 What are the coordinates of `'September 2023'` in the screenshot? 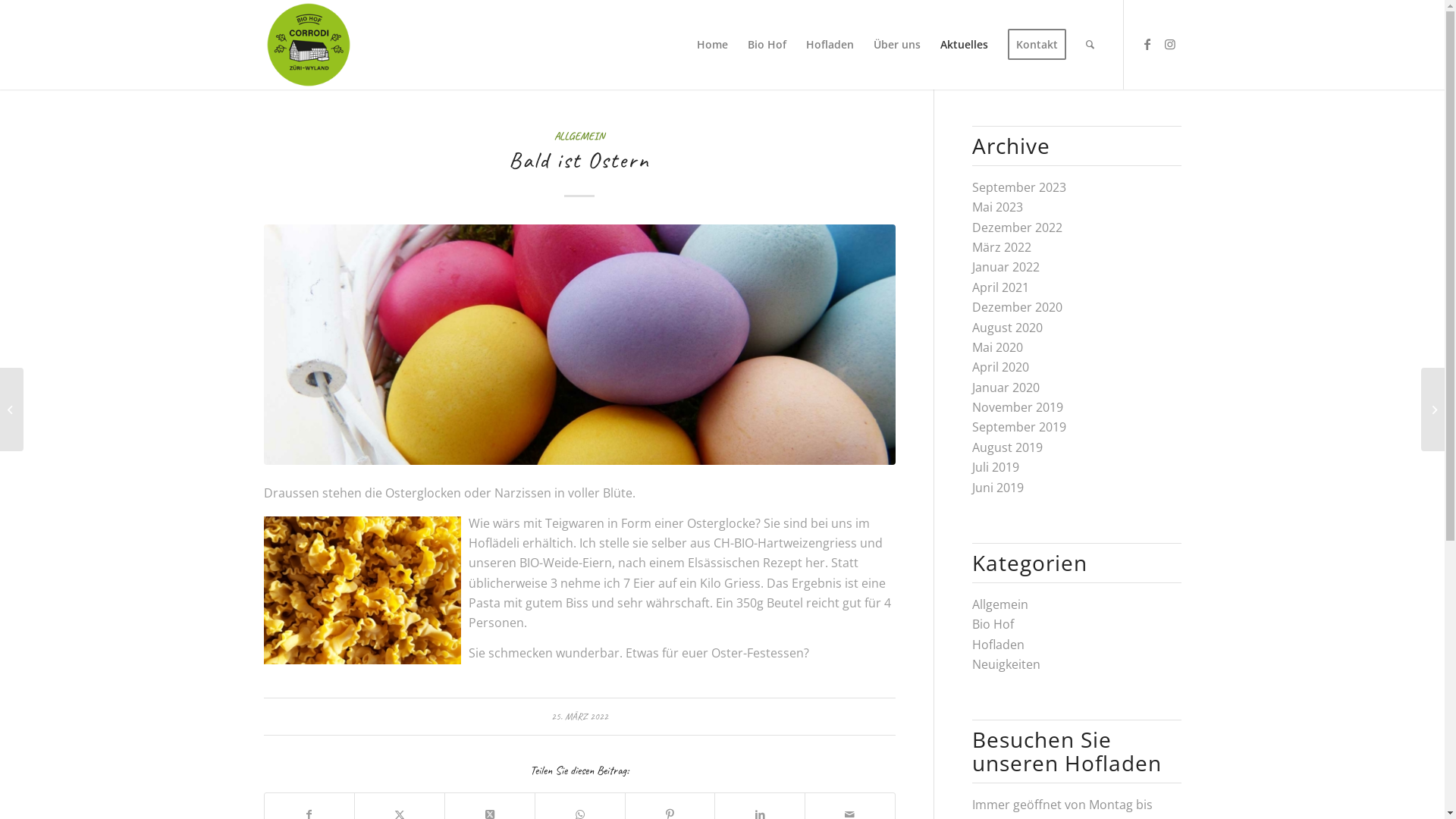 It's located at (1019, 186).